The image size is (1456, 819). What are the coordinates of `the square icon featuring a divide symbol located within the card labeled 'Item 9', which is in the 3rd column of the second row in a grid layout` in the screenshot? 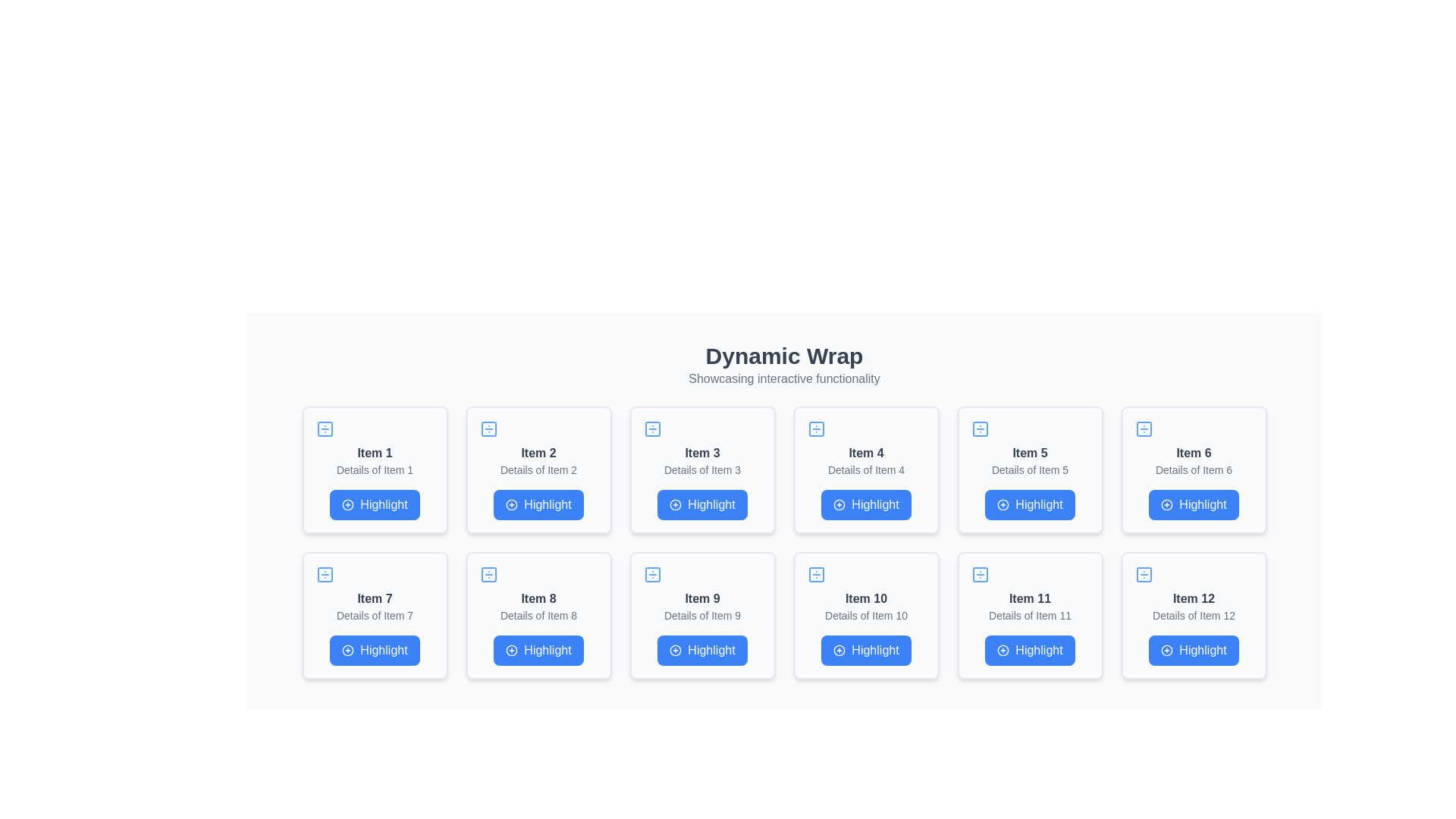 It's located at (652, 575).